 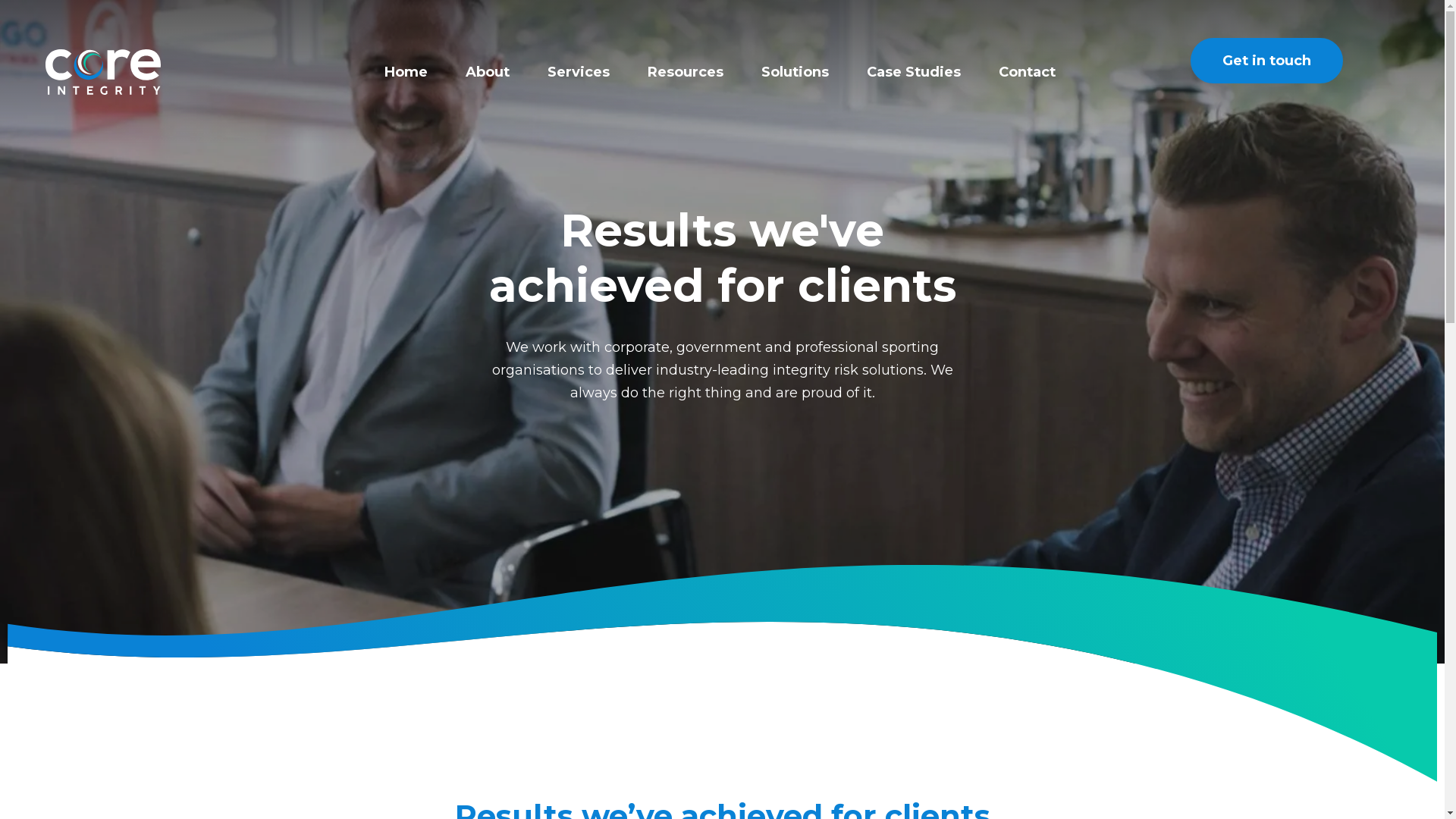 What do you see at coordinates (998, 72) in the screenshot?
I see `'Contact'` at bounding box center [998, 72].